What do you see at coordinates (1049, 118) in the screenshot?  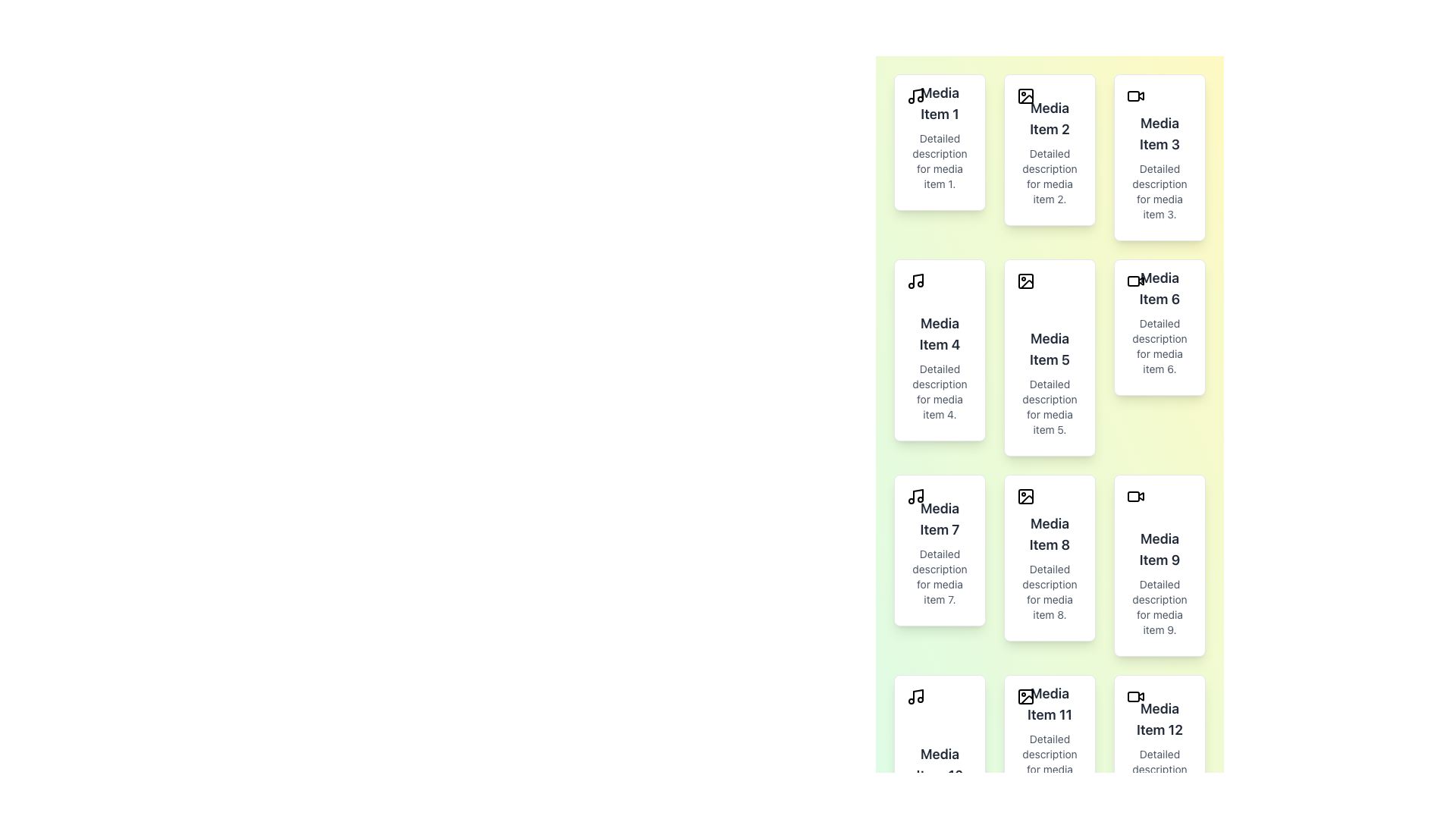 I see `the text label 'Media Item 2' which is styled in bold, large dark gray font, located at the top of the second card in the grid layout` at bounding box center [1049, 118].